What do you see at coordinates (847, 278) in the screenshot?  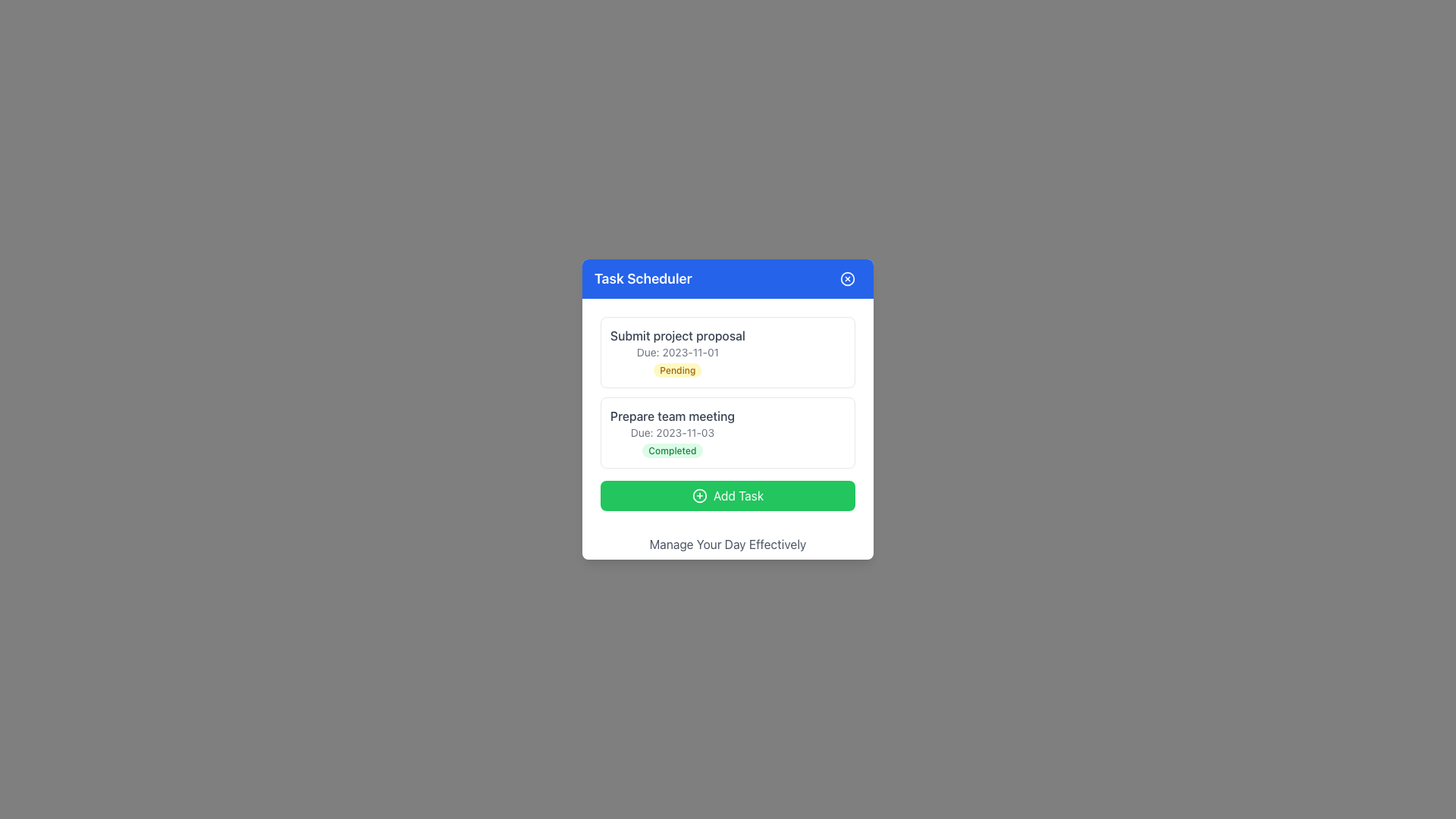 I see `the circular close button in the top right corner of the Task Scheduler interface, which is part of the SVG icon design` at bounding box center [847, 278].